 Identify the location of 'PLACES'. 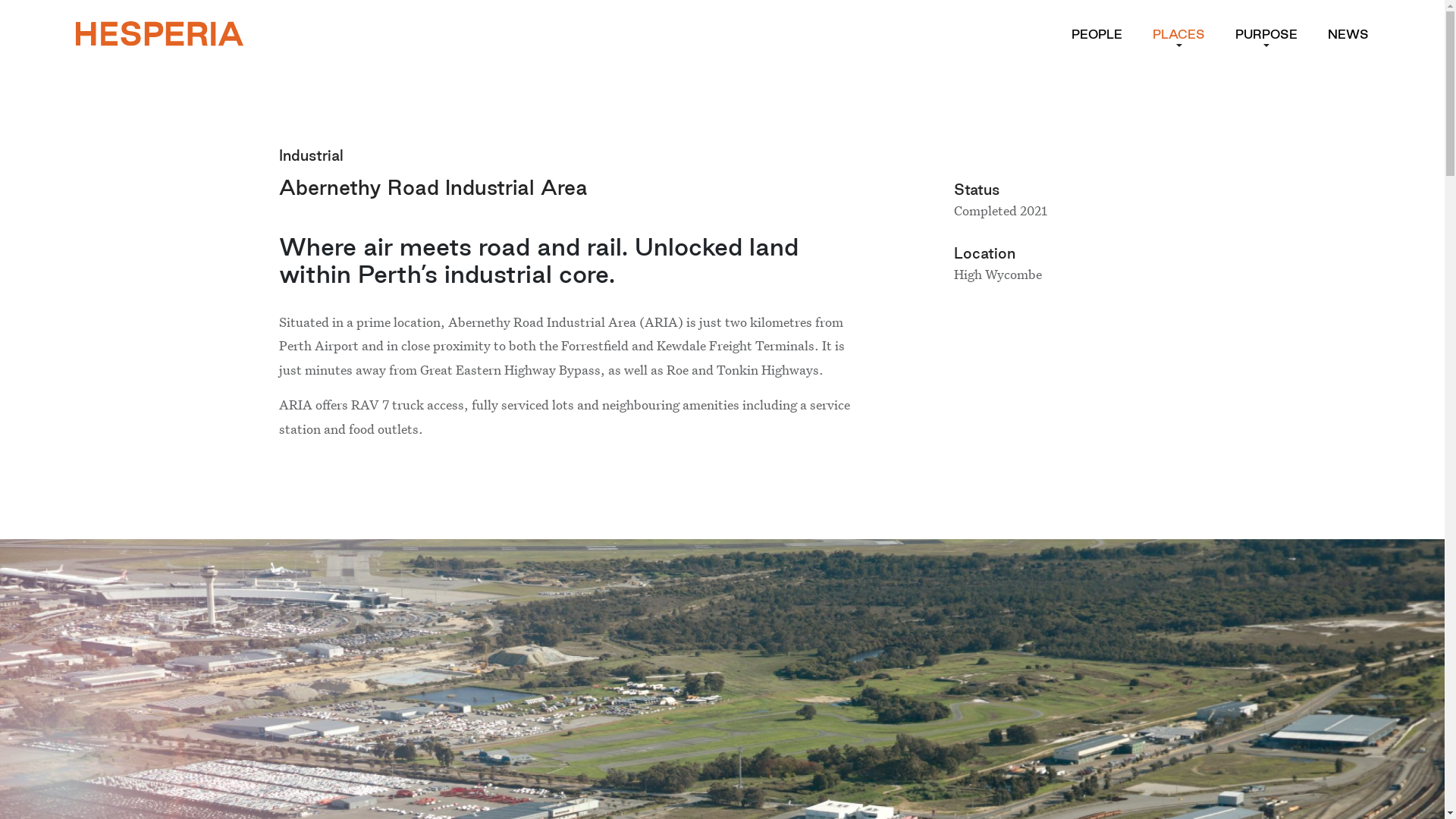
(1178, 34).